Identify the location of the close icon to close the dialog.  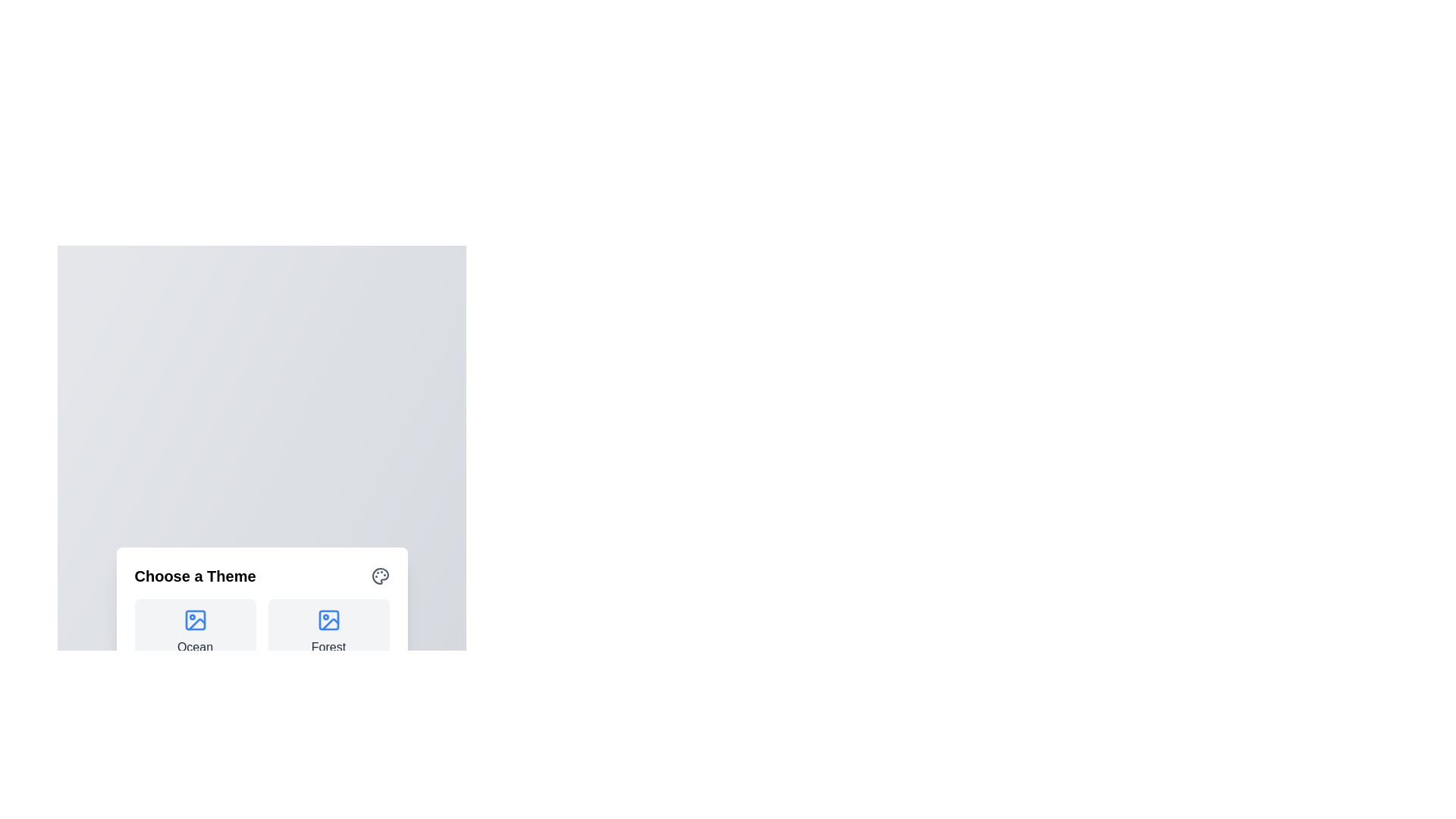
(380, 576).